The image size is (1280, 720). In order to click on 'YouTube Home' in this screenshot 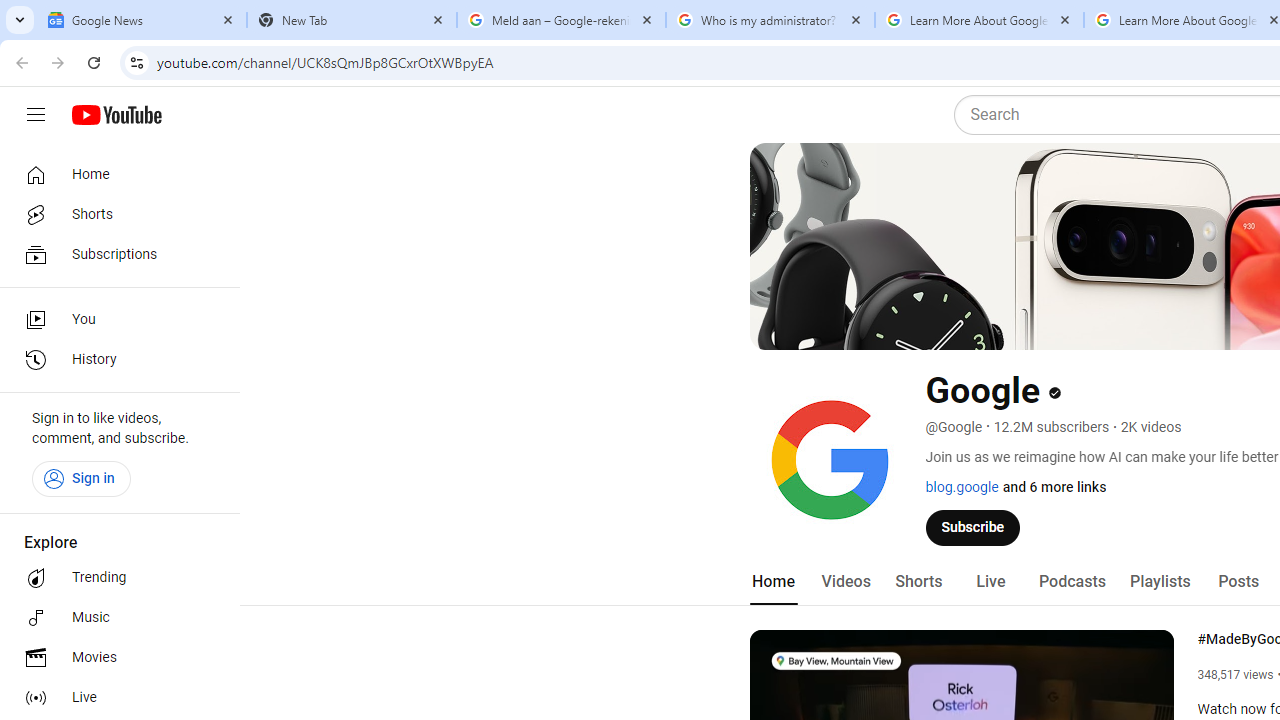, I will do `click(115, 115)`.